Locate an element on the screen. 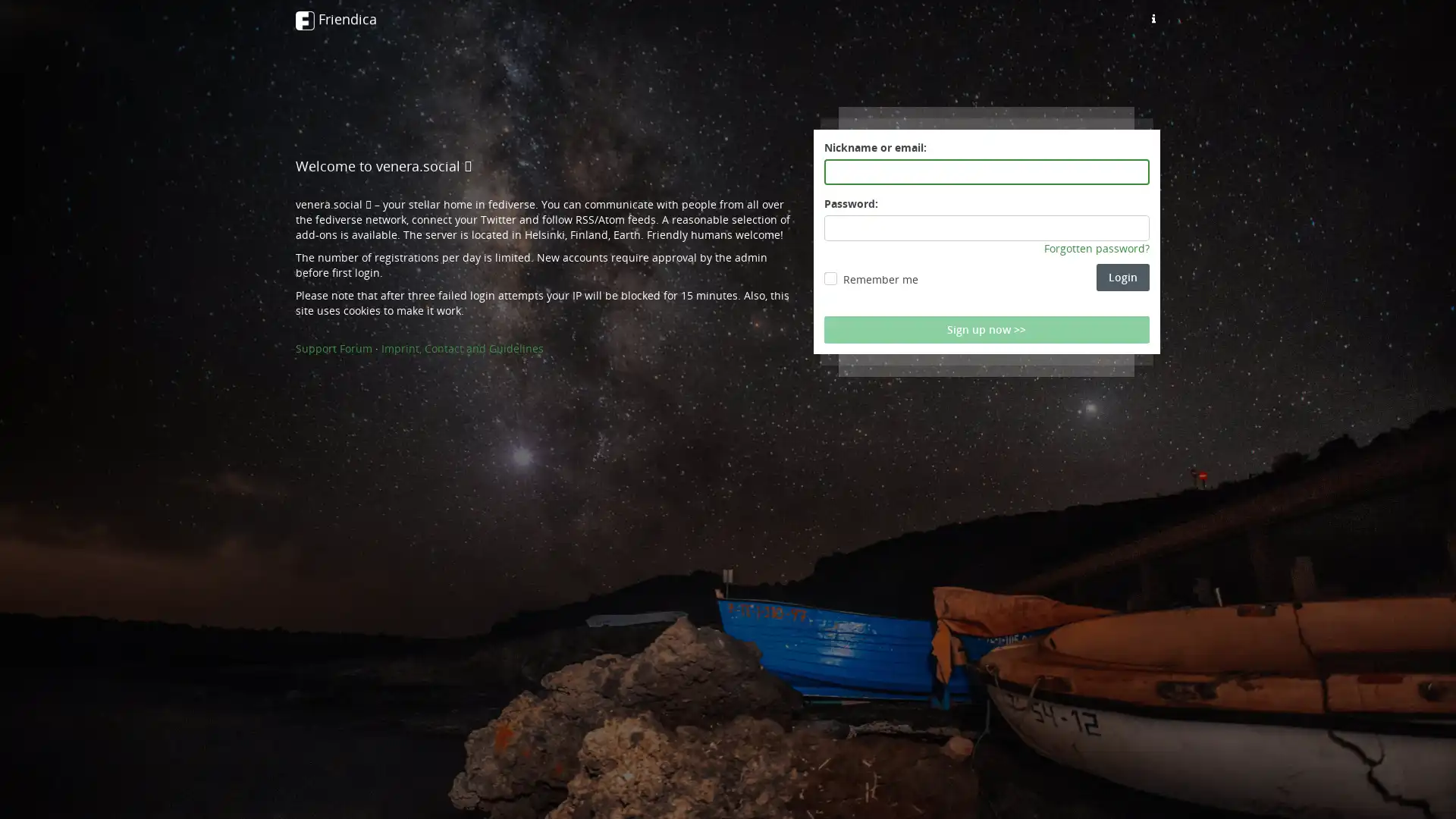 The width and height of the screenshot is (1456, 819). Login is located at coordinates (1123, 278).